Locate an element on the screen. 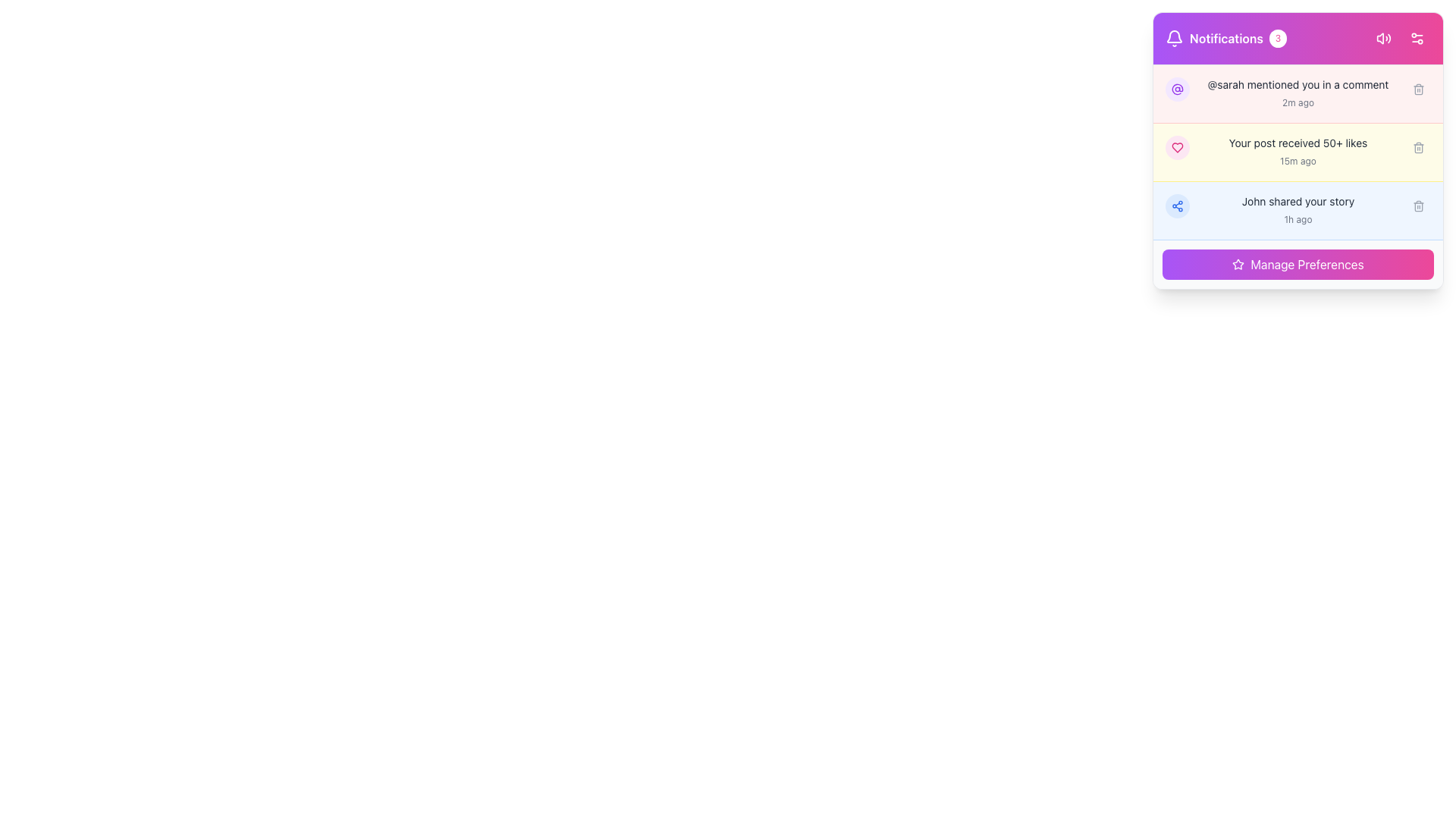 The width and height of the screenshot is (1456, 819). the second notification in the notification center that informs the user about their post receiving 50 or more likes is located at coordinates (1298, 152).